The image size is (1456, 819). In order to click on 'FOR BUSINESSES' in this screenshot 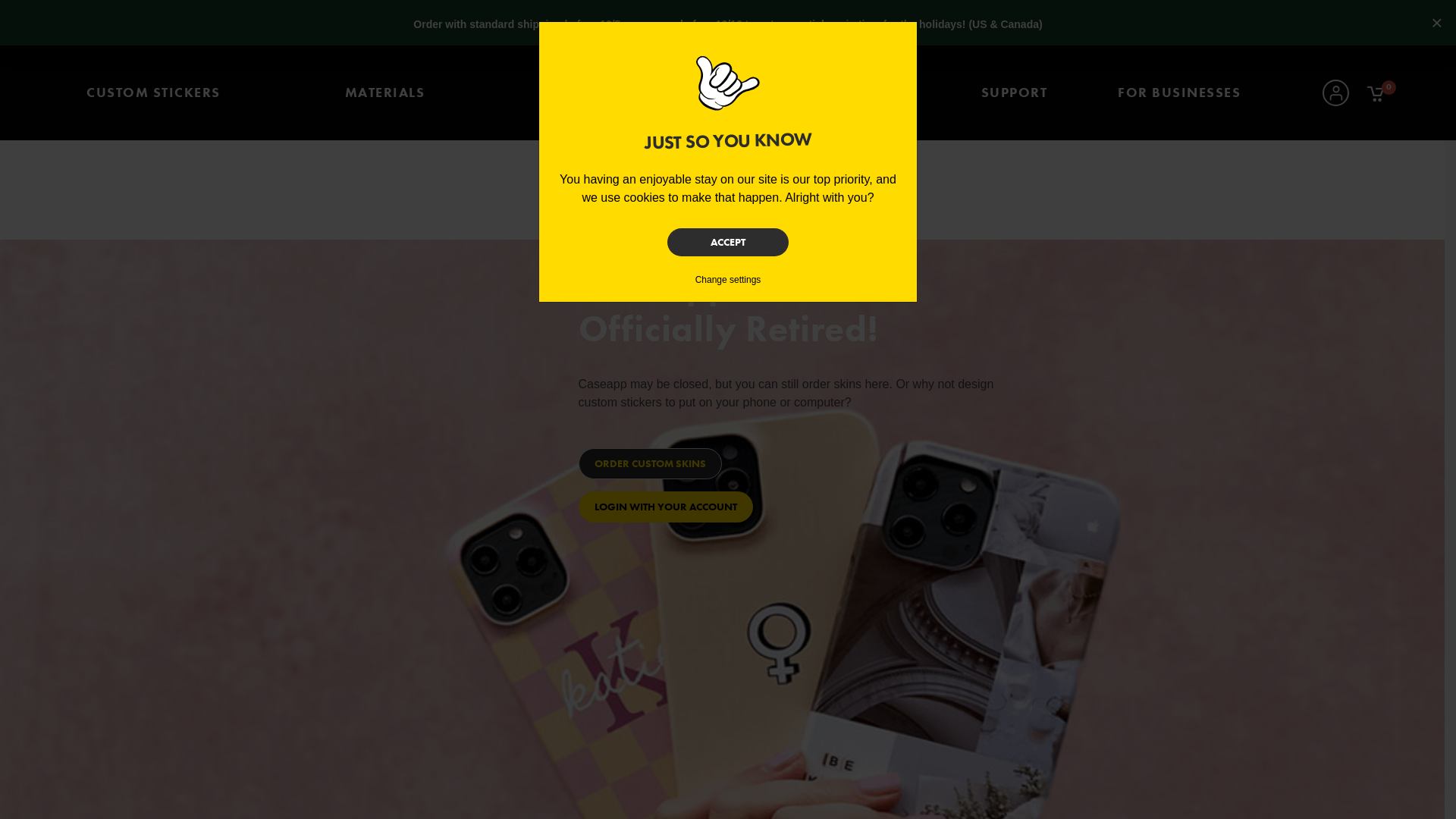, I will do `click(1178, 93)`.